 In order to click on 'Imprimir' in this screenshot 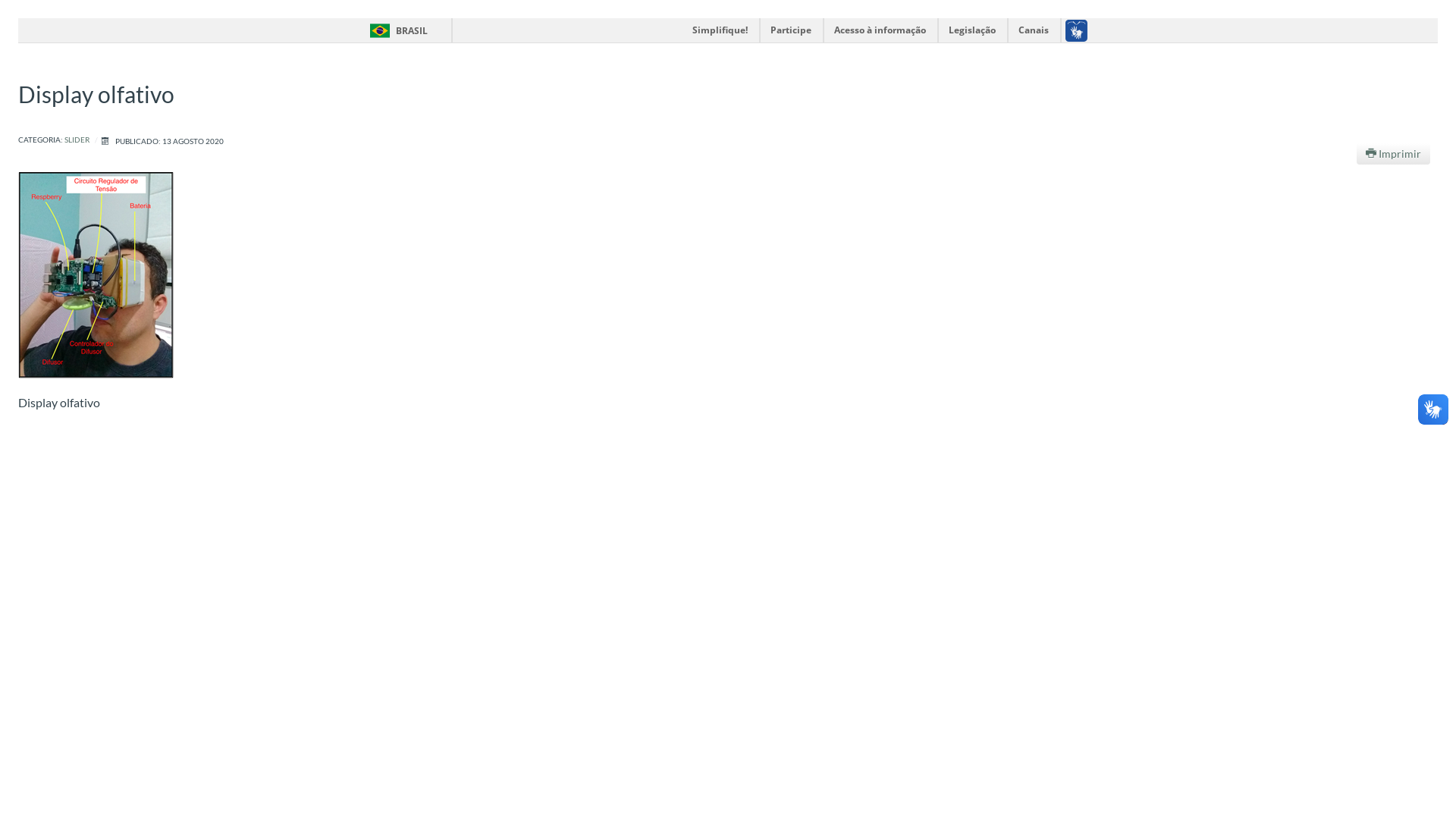, I will do `click(1393, 153)`.